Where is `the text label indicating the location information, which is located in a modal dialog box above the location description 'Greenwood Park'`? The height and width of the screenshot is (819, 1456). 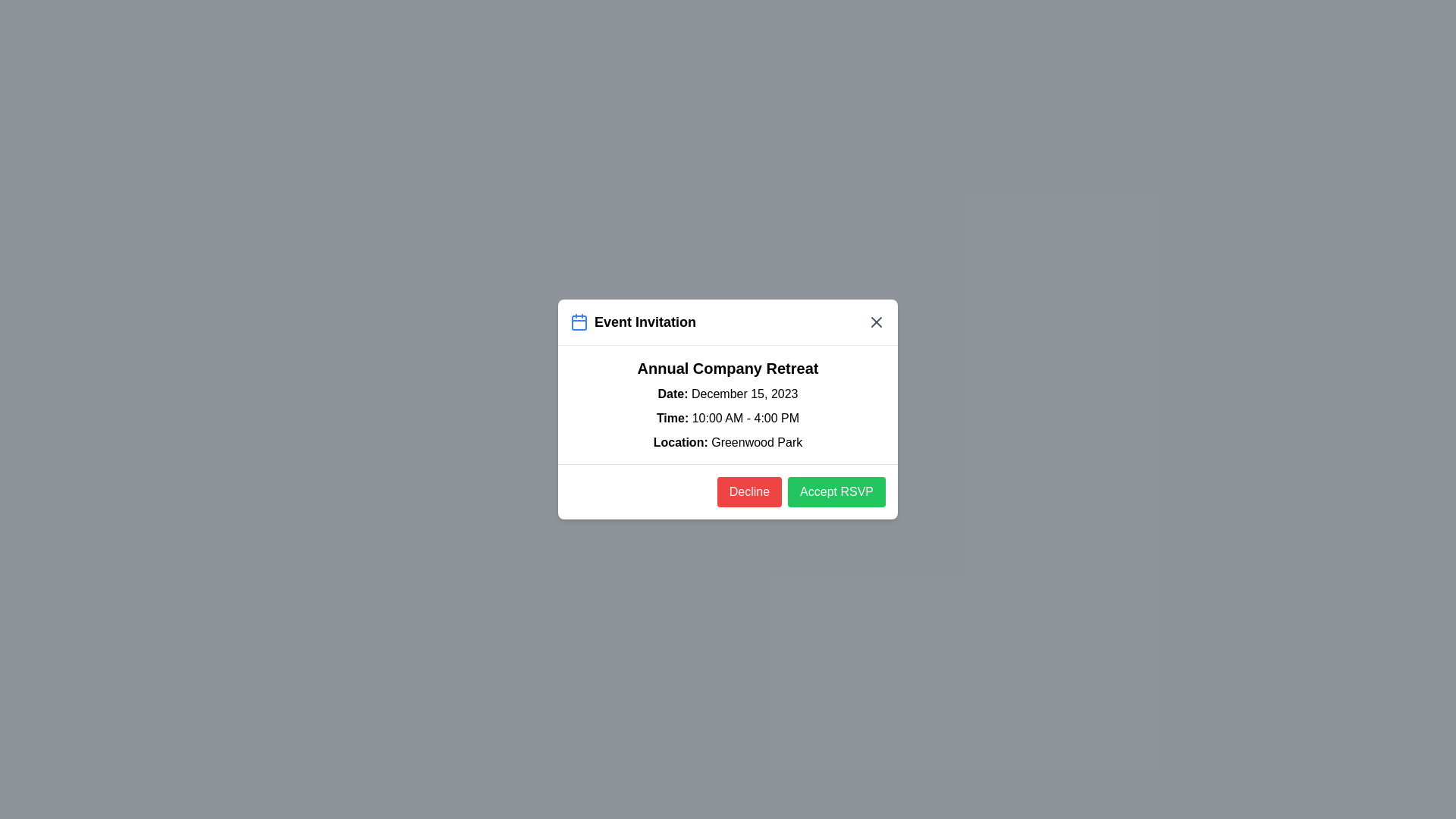 the text label indicating the location information, which is located in a modal dialog box above the location description 'Greenwood Park' is located at coordinates (681, 442).